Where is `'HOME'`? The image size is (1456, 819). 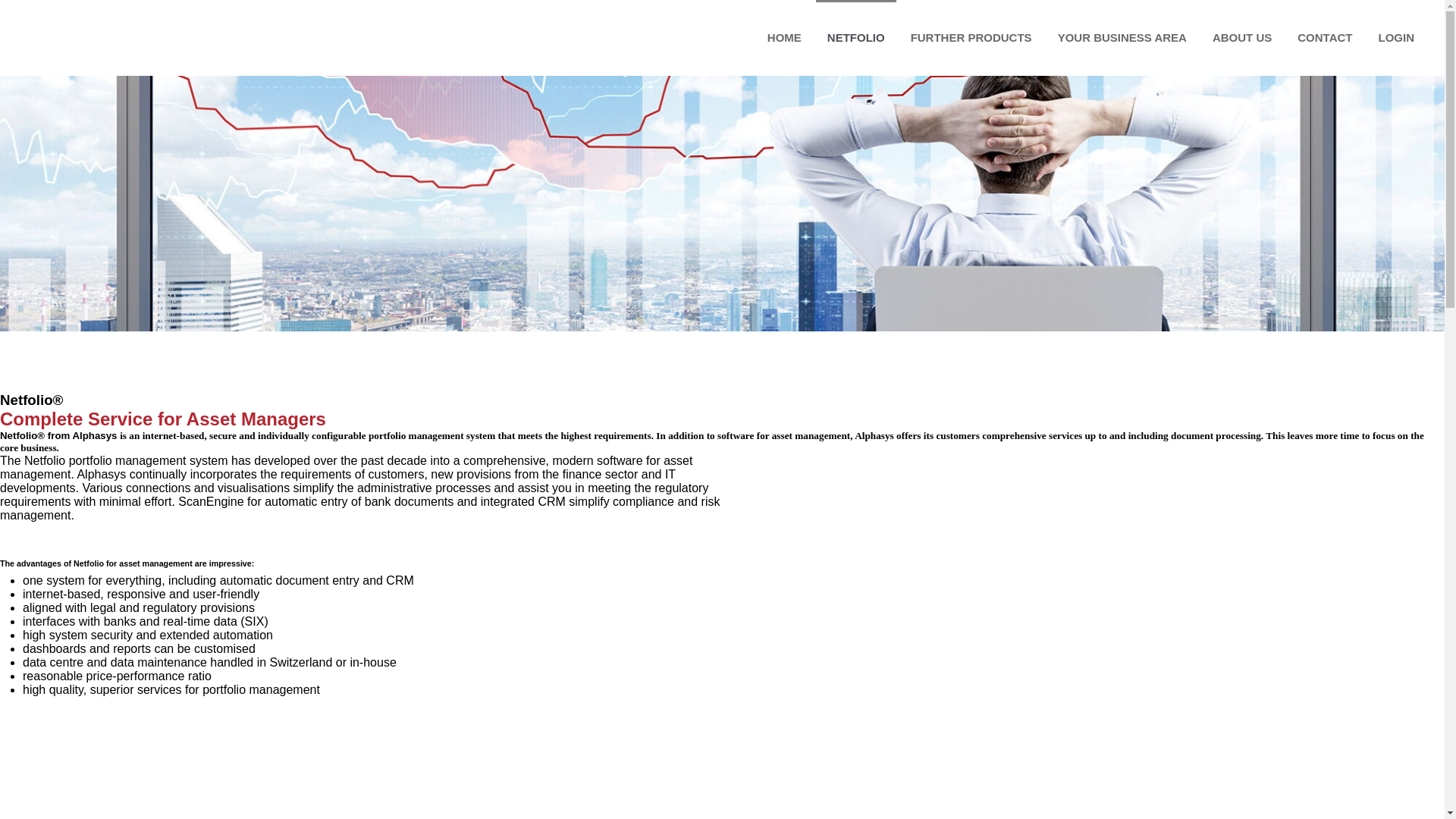
'HOME' is located at coordinates (784, 37).